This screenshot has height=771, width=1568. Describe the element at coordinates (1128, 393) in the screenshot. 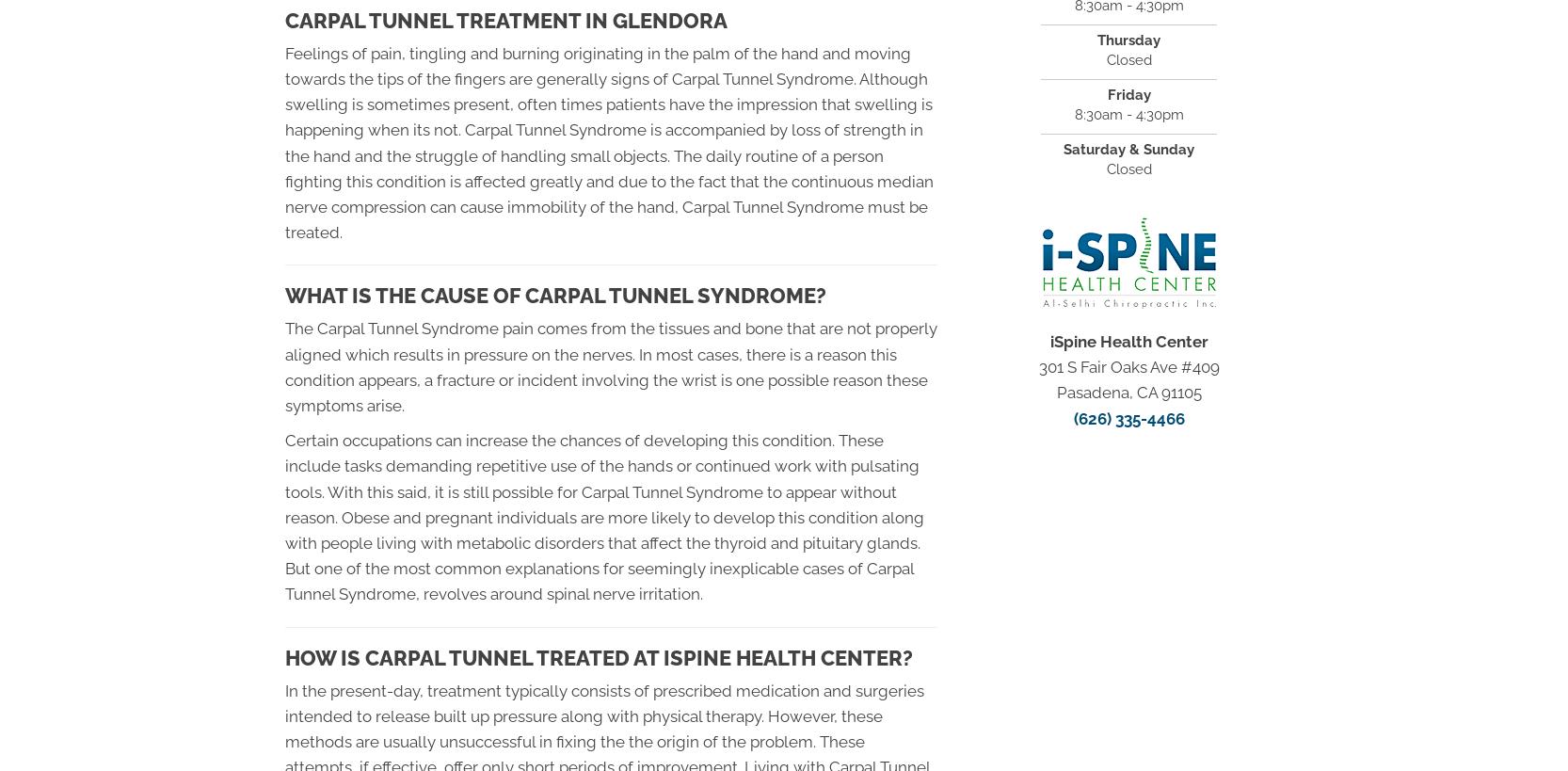

I see `'Pasadena, CA 91105'` at that location.